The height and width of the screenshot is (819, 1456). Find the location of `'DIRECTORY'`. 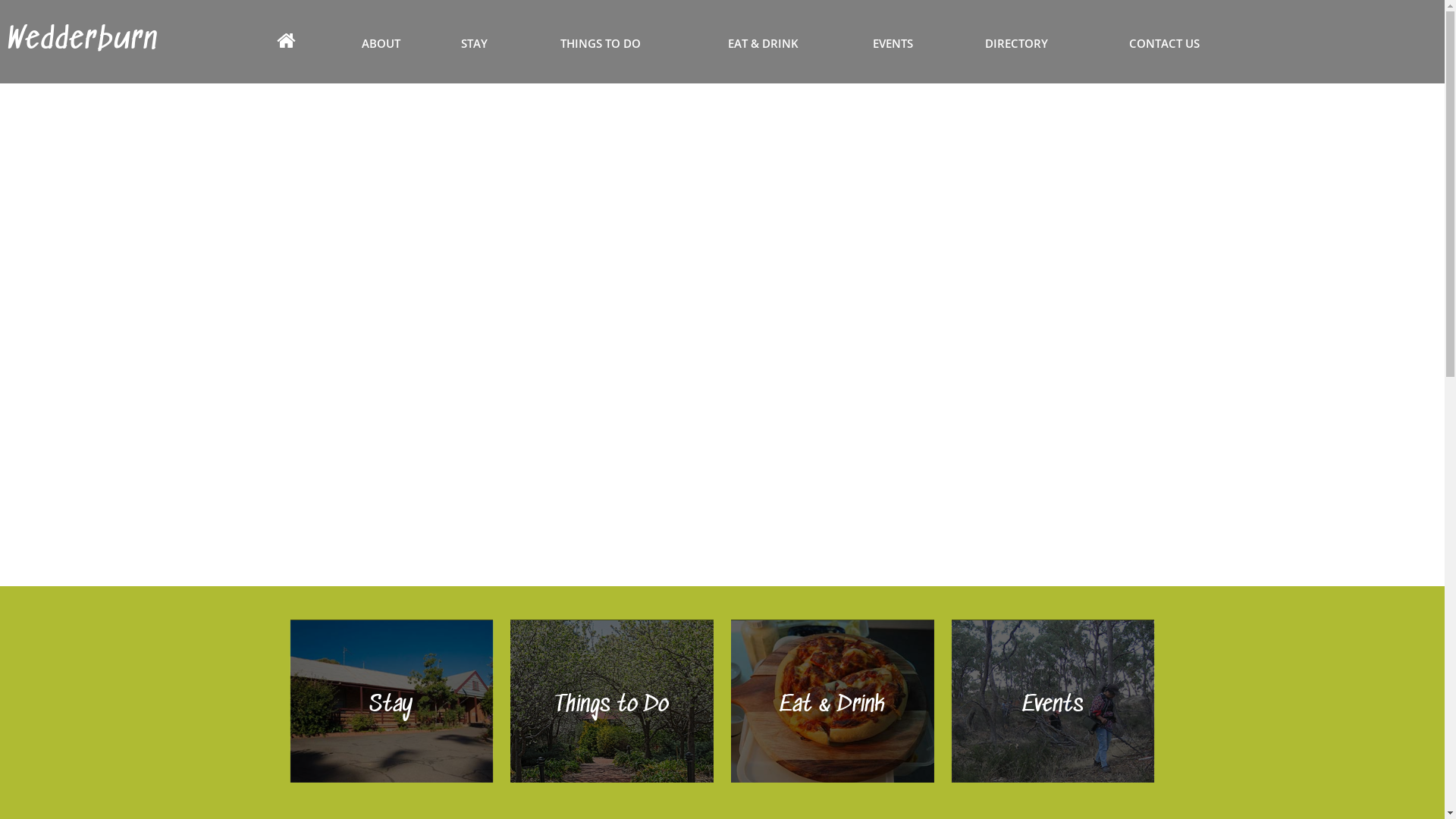

'DIRECTORY' is located at coordinates (1015, 42).